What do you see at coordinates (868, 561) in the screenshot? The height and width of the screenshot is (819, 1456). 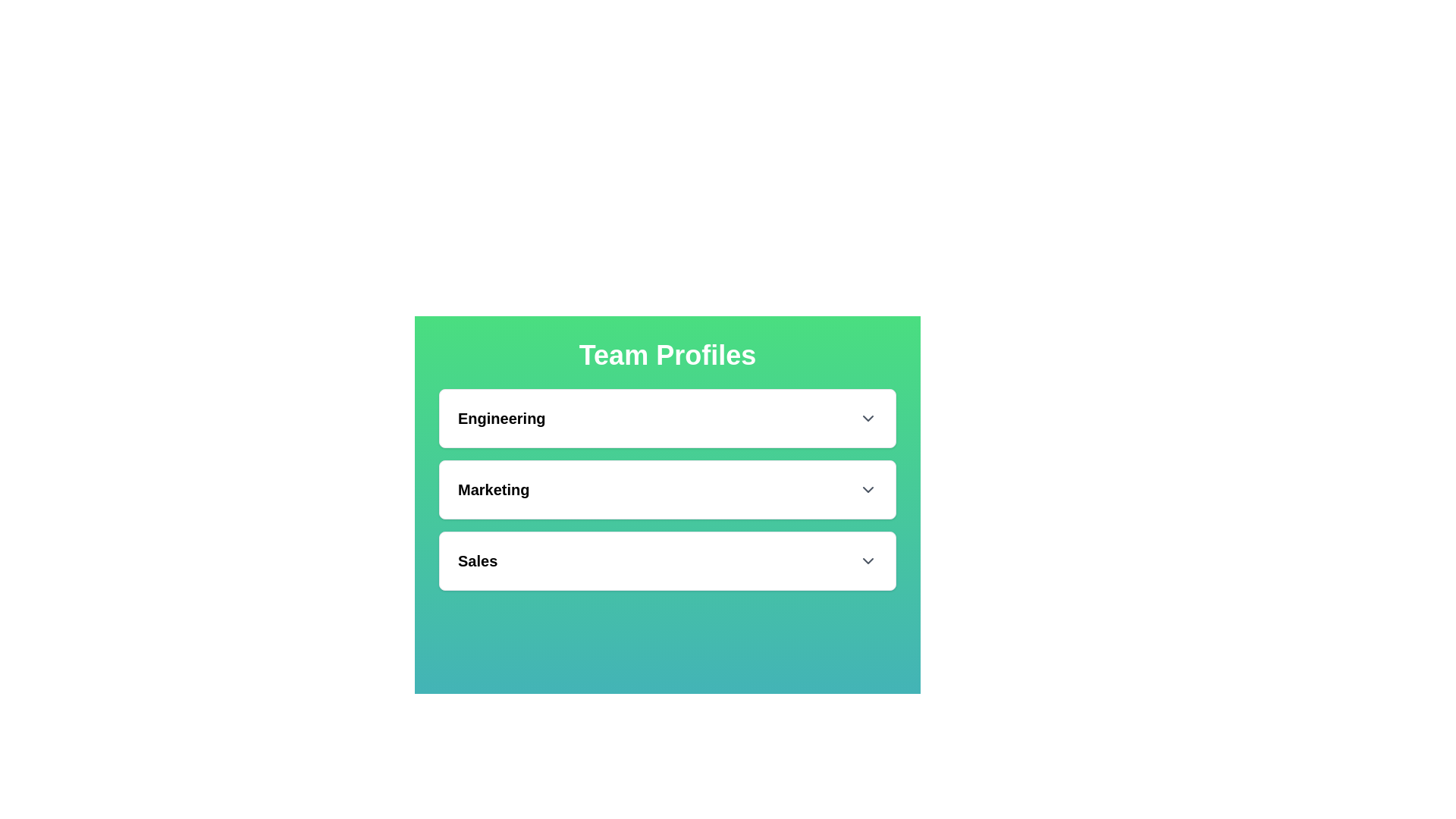 I see `the downward-facing chevron arrow icon at the right end of the 'Sales' row` at bounding box center [868, 561].